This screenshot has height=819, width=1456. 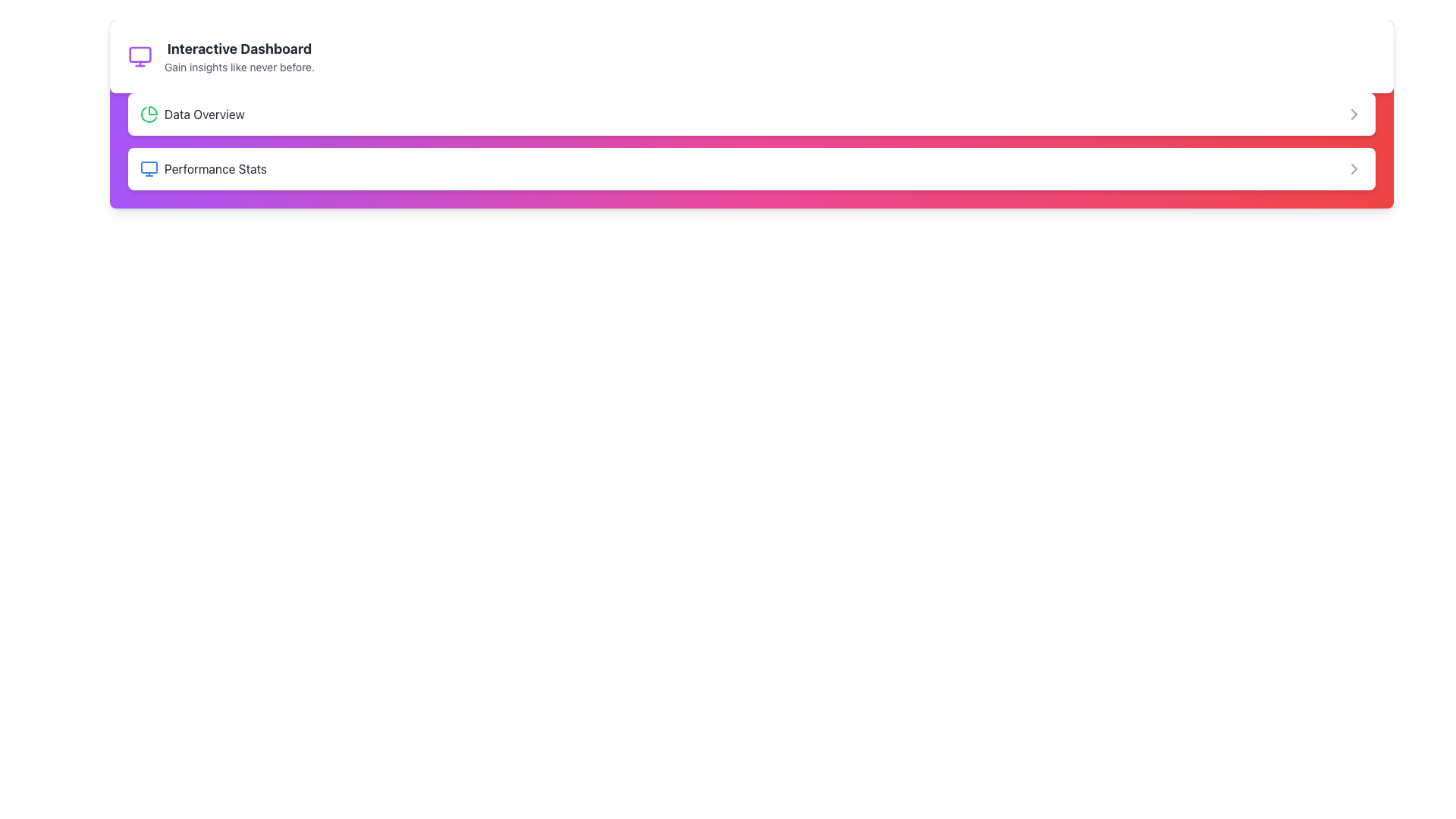 I want to click on the blue outlined monitor icon that is located to the left of the 'Performance Stats' text, so click(x=149, y=169).